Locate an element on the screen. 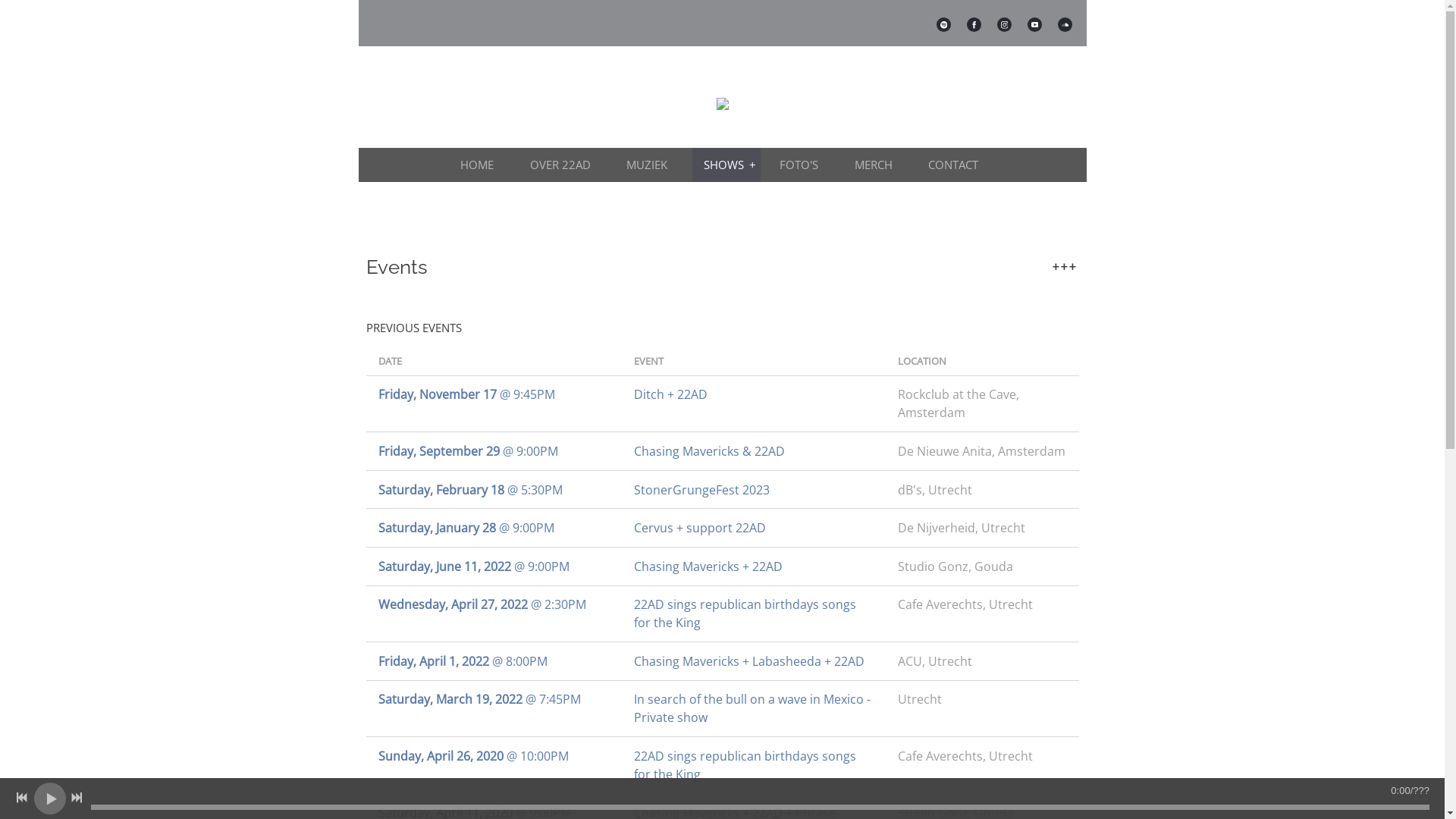 The height and width of the screenshot is (819, 1456). 'Previous track' is located at coordinates (21, 797).